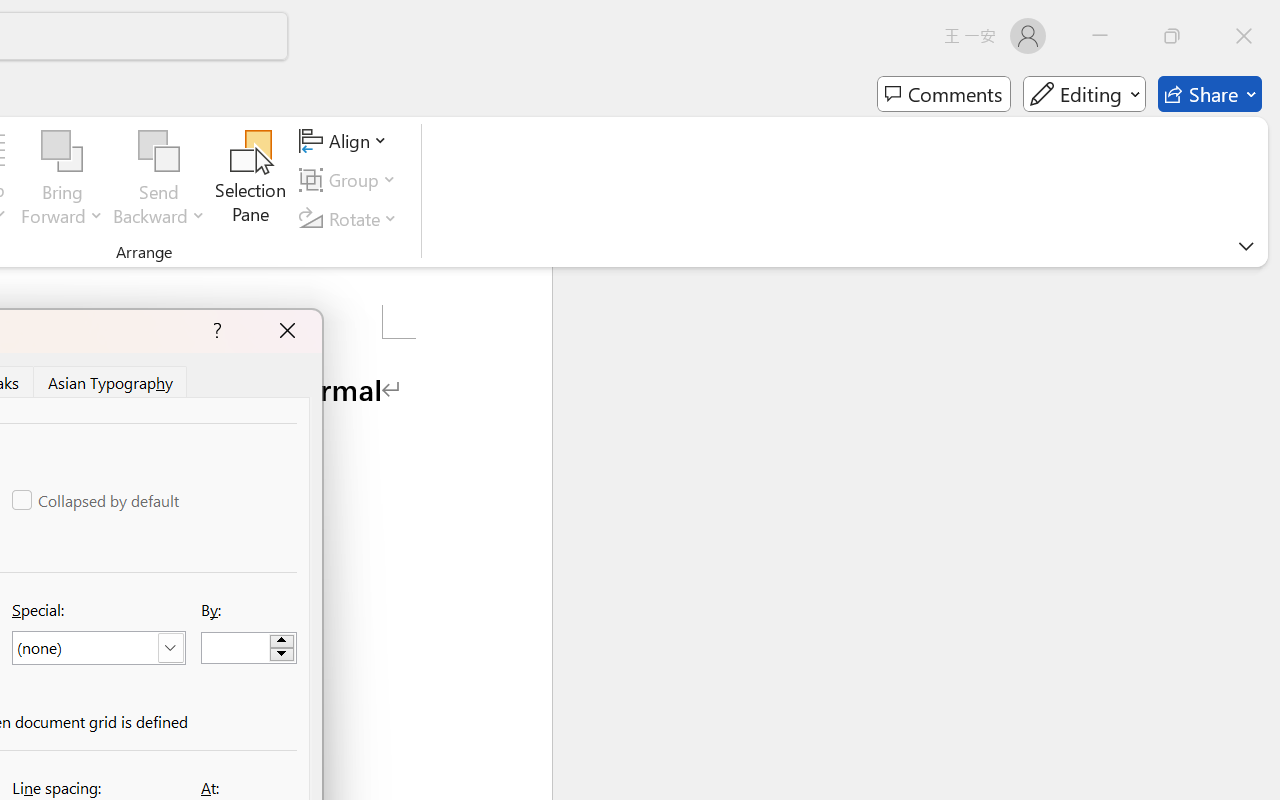  Describe the element at coordinates (158, 151) in the screenshot. I see `'Send Backward'` at that location.